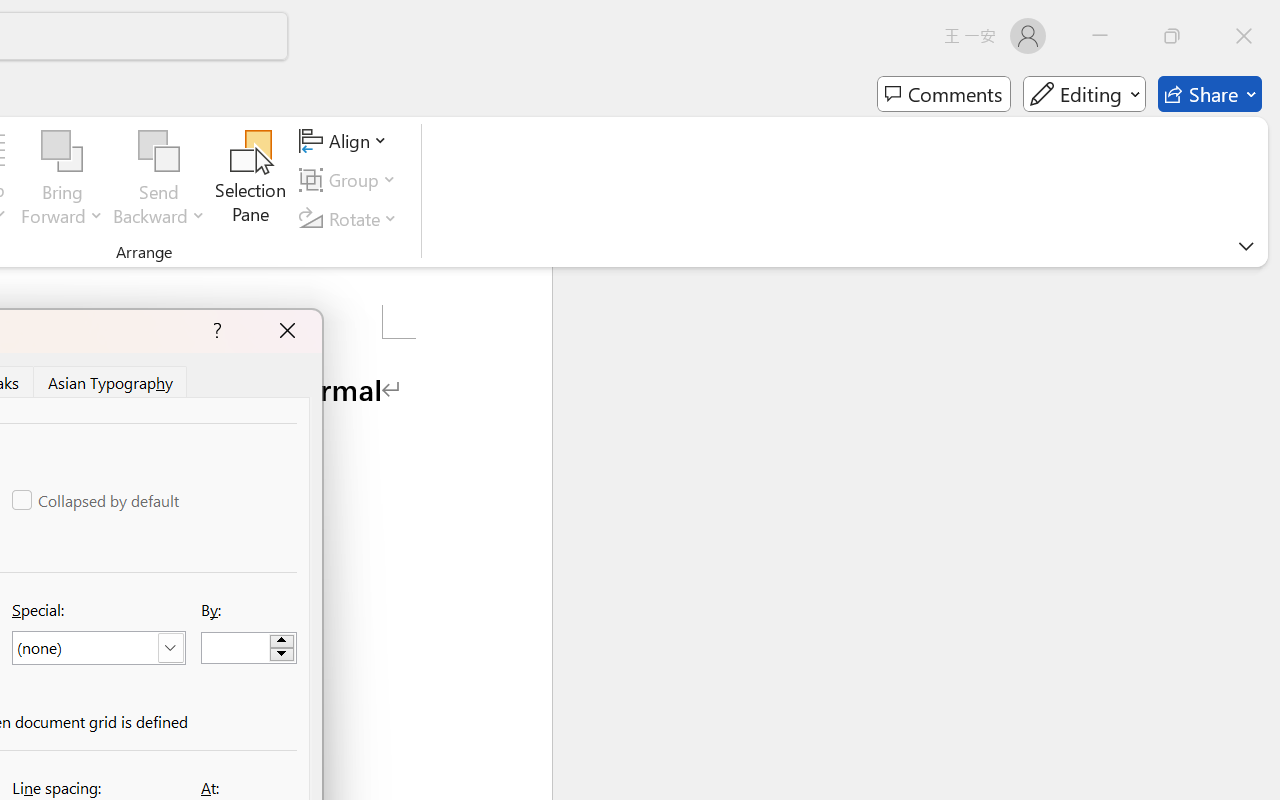  Describe the element at coordinates (158, 151) in the screenshot. I see `'Send Backward'` at that location.